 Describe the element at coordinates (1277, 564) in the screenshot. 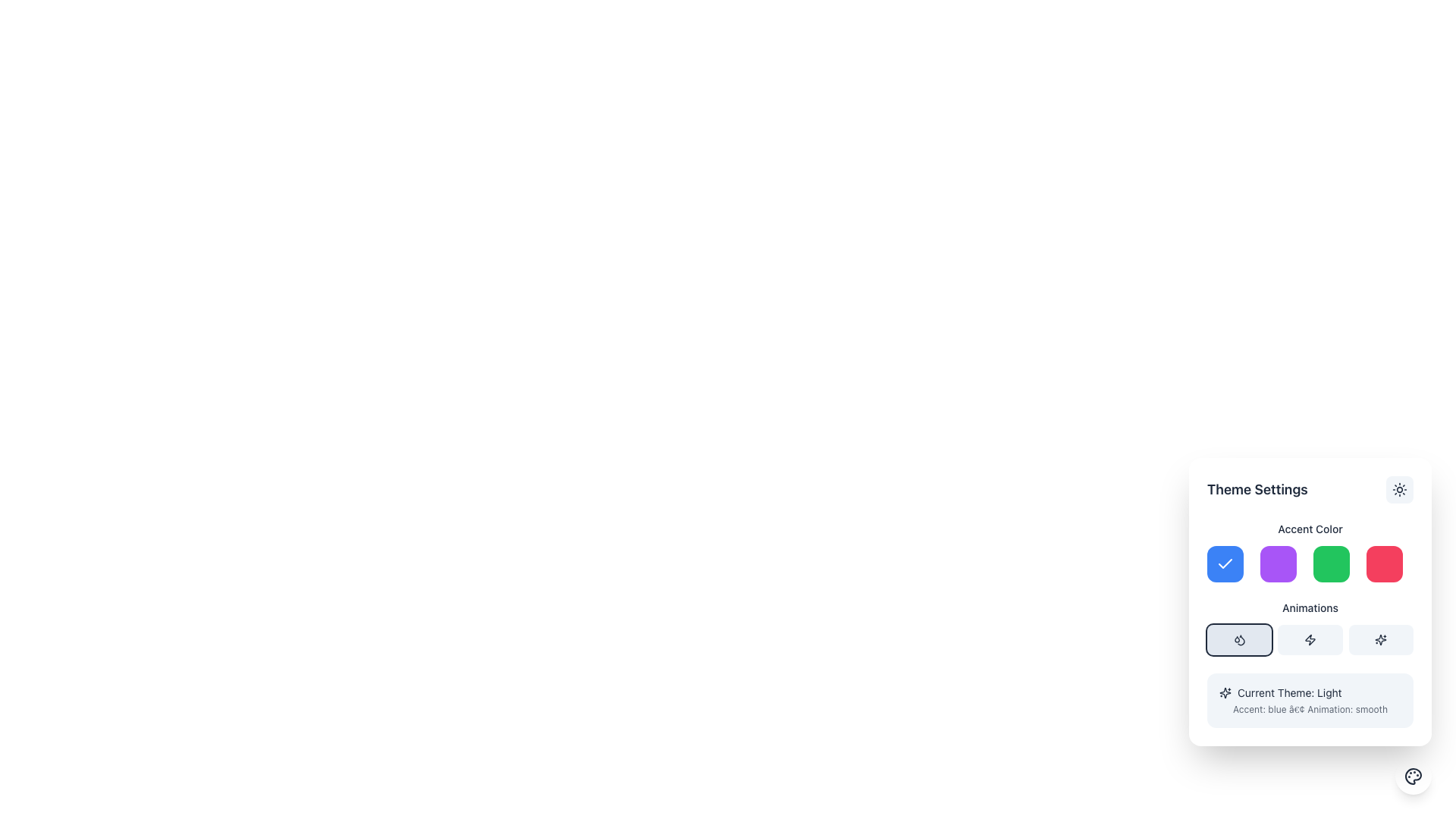

I see `the purple square button with rounded corners located in the color selection group` at that location.